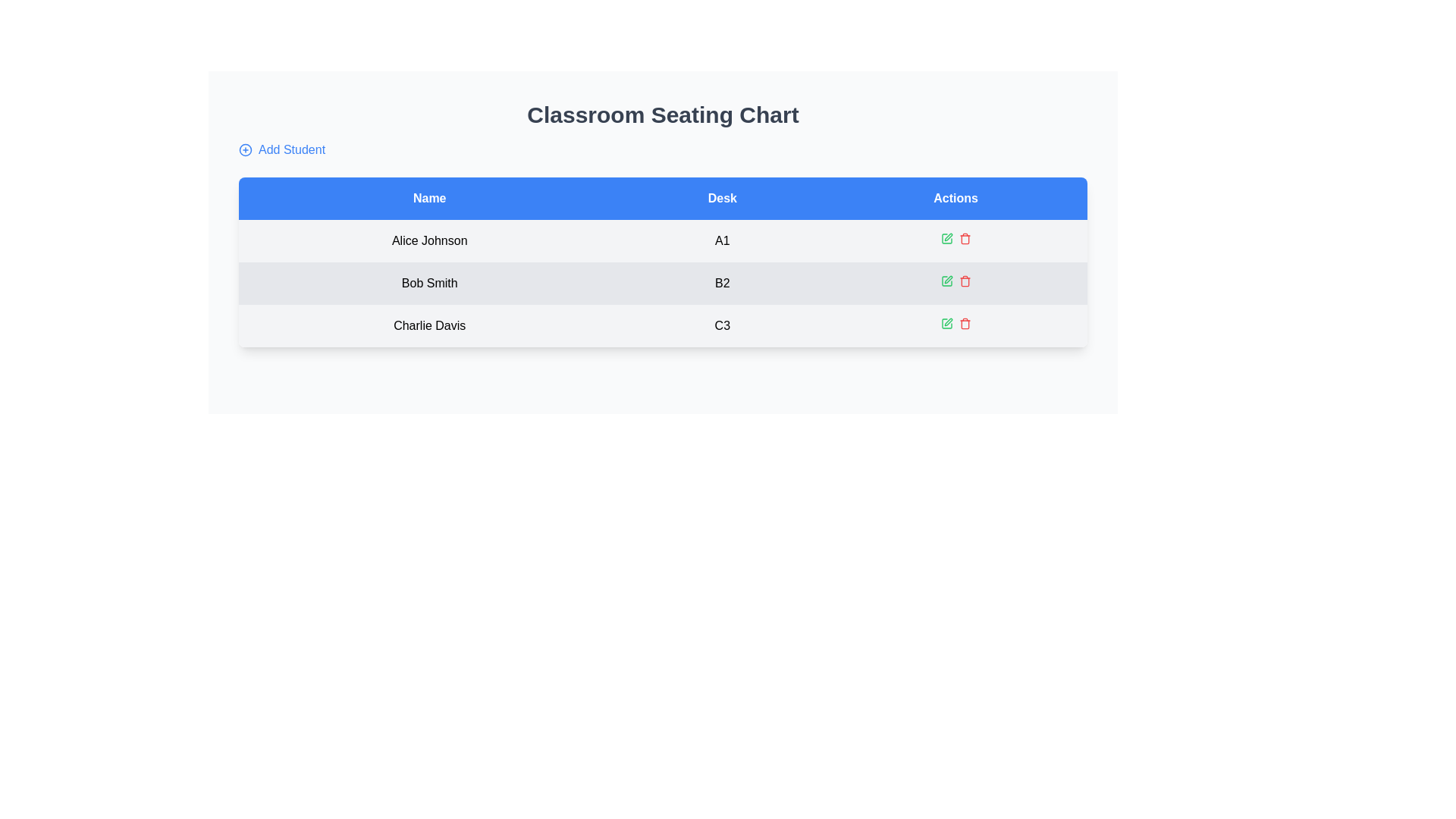 The height and width of the screenshot is (819, 1456). I want to click on the desk label 'B2' associated with 'Bob Smith', so click(721, 284).